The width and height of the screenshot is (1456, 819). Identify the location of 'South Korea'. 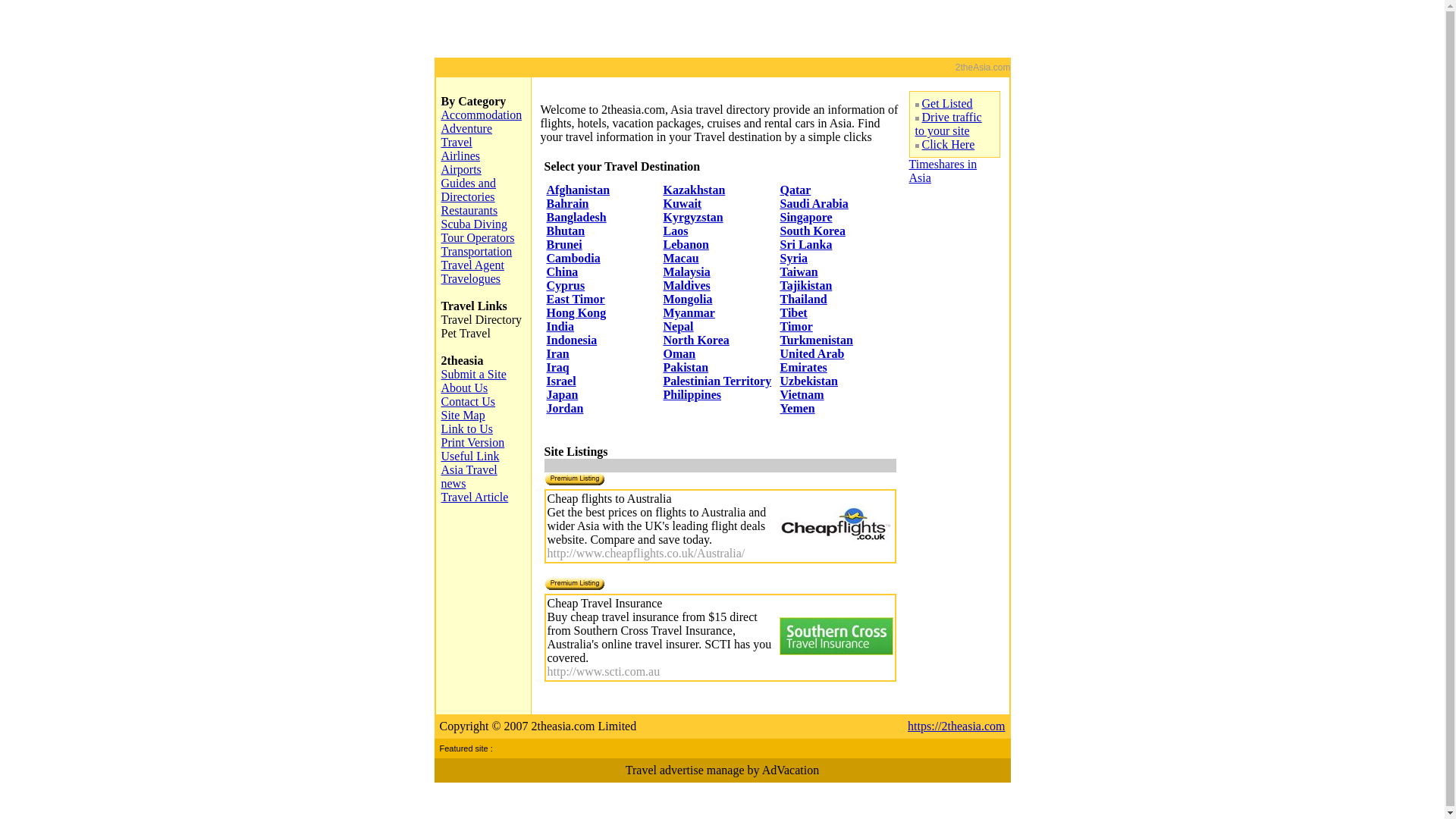
(811, 231).